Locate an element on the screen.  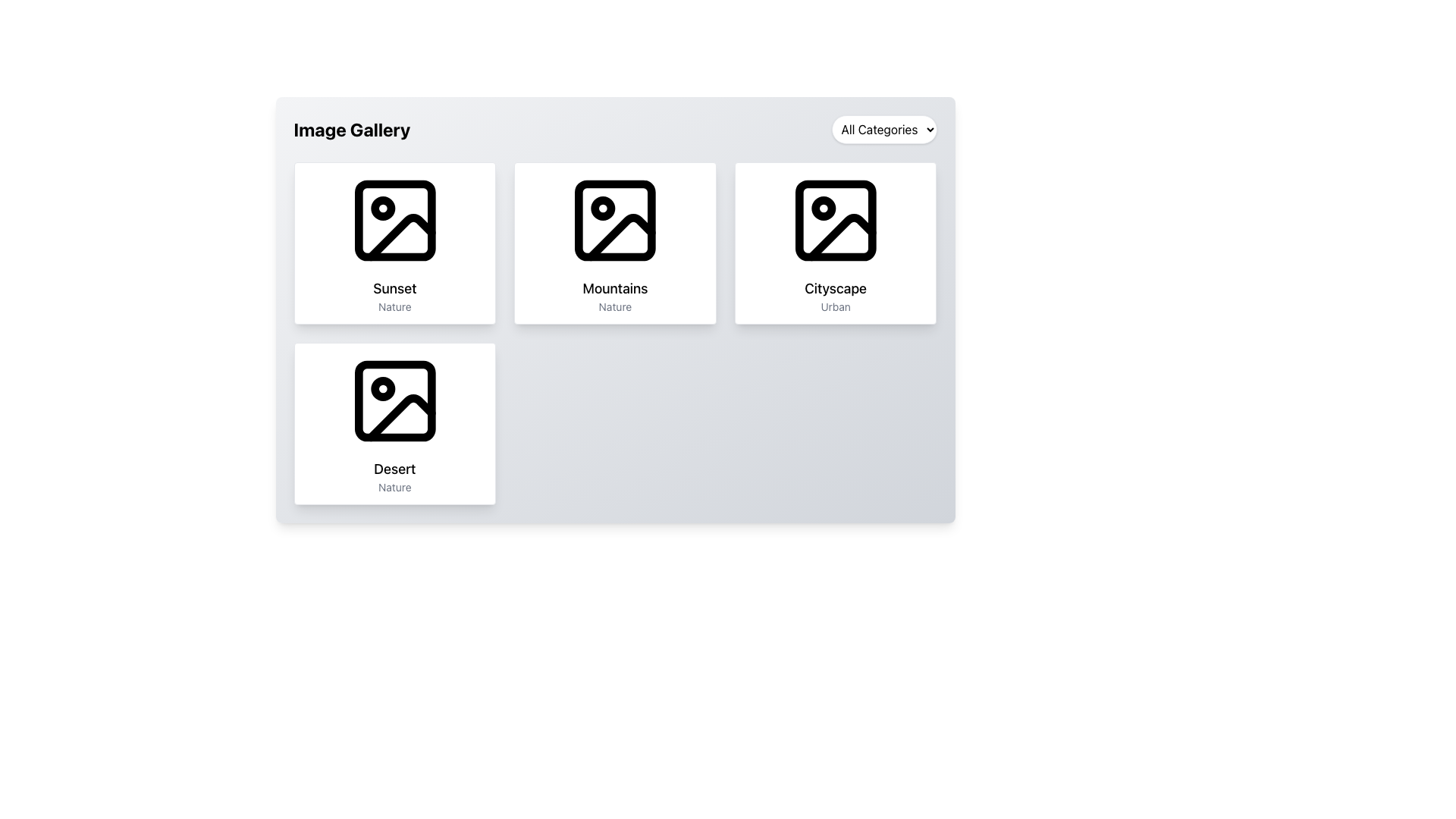
the small rectangle with rounded corners located in the top-left quadrant of the photo-like icon in the bottom-left slot under the 'Desert' label is located at coordinates (394, 400).